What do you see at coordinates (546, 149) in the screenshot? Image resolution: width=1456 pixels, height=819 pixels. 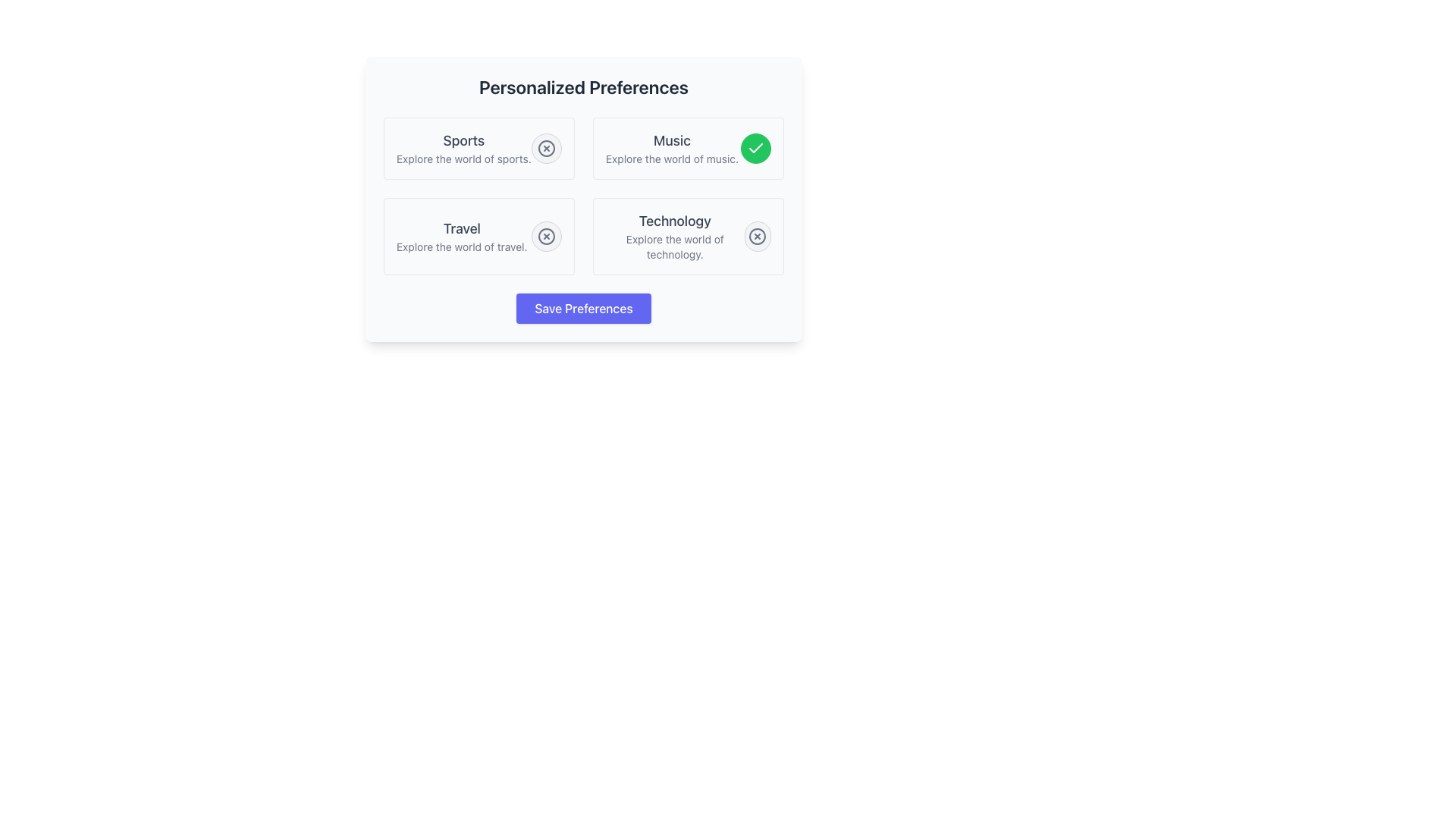 I see `the deselection indicator in the top right corner of the 'Sports' option box` at bounding box center [546, 149].